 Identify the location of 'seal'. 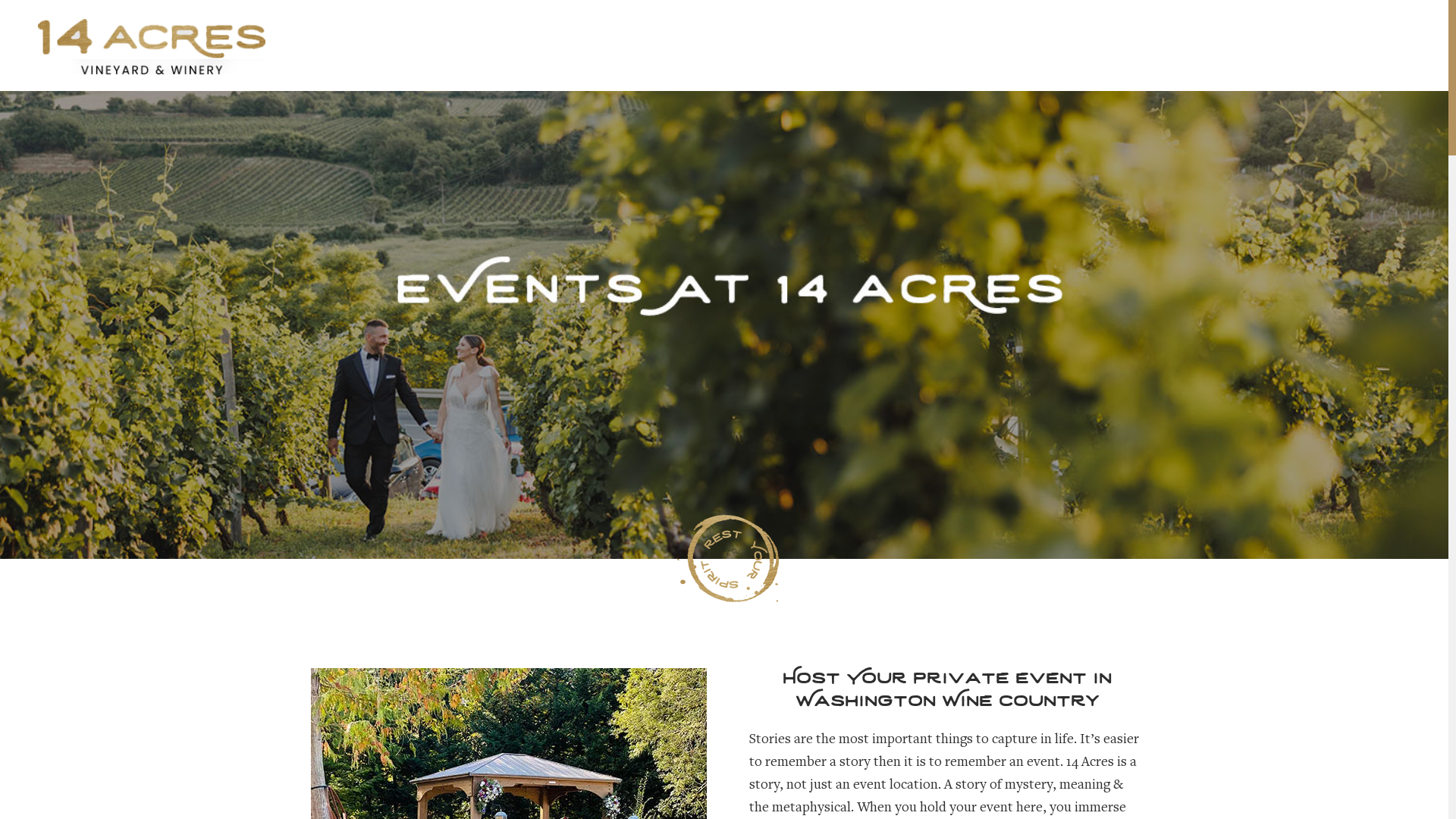
(728, 558).